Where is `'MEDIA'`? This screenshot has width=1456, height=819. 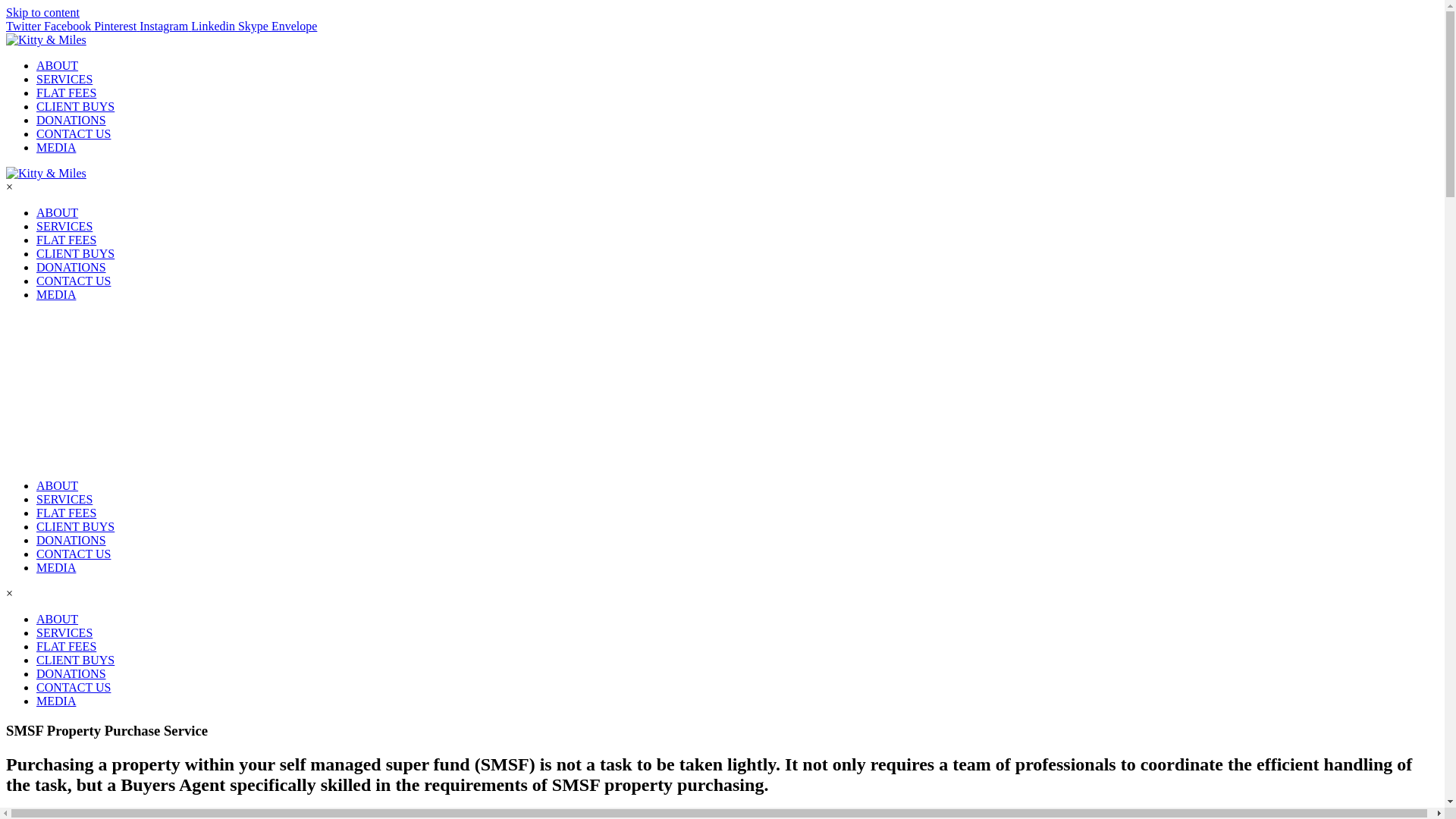
'MEDIA' is located at coordinates (36, 701).